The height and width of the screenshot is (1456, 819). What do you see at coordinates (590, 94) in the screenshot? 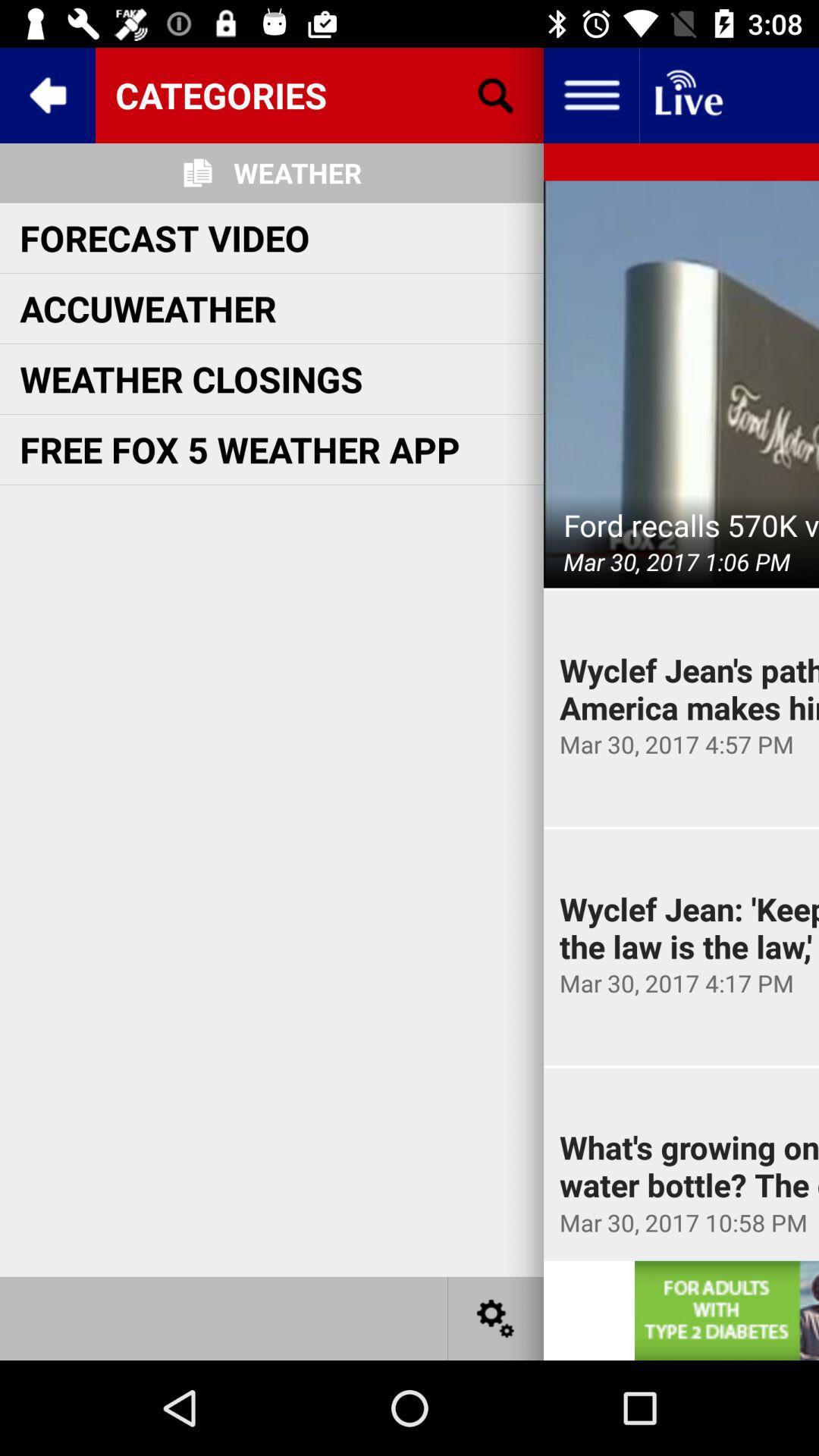
I see `menu` at bounding box center [590, 94].